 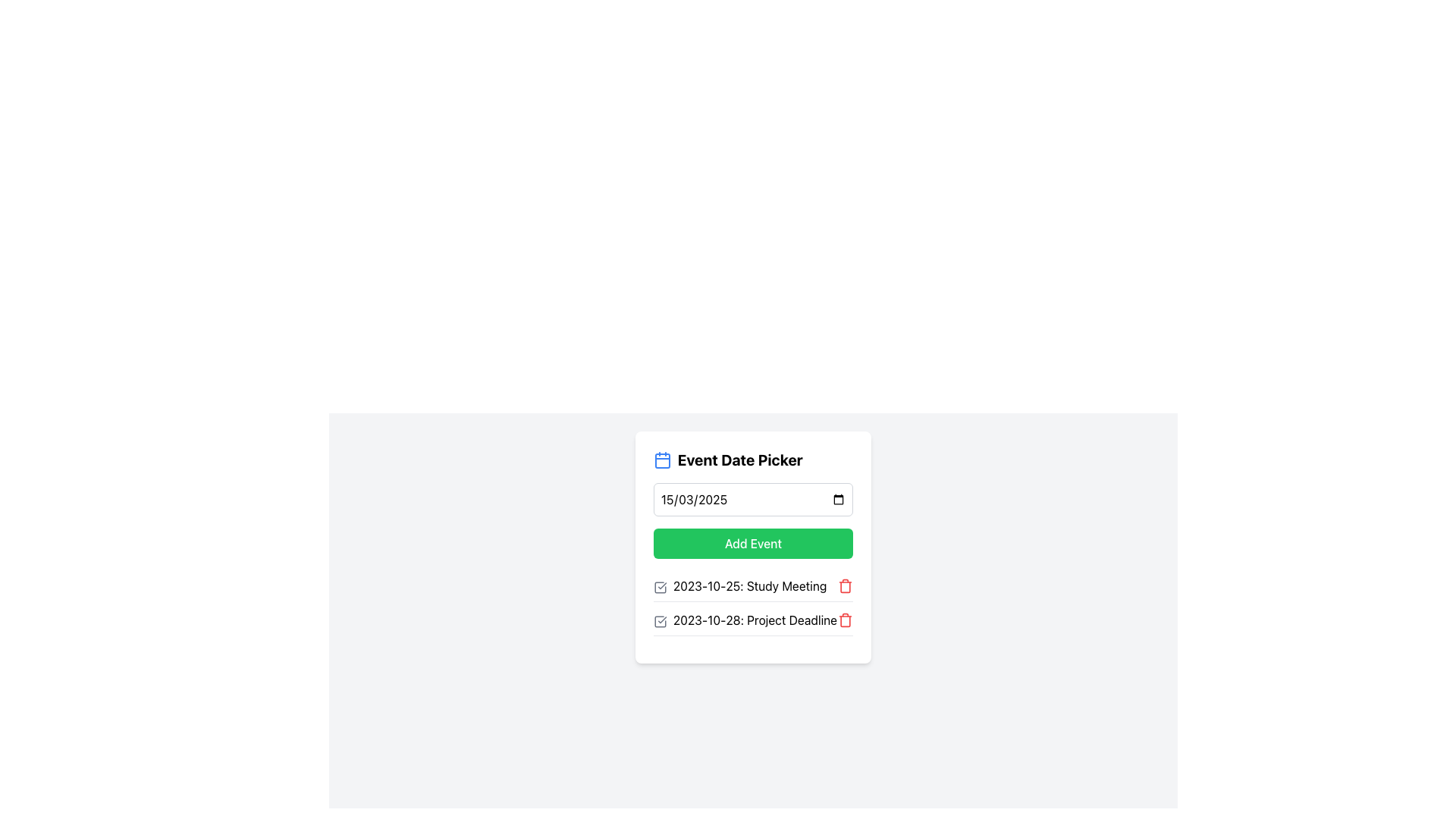 I want to click on the checkbox next to the list item labeled '2023-10-28: Project Deadline' to mark or unmark the event, so click(x=753, y=623).